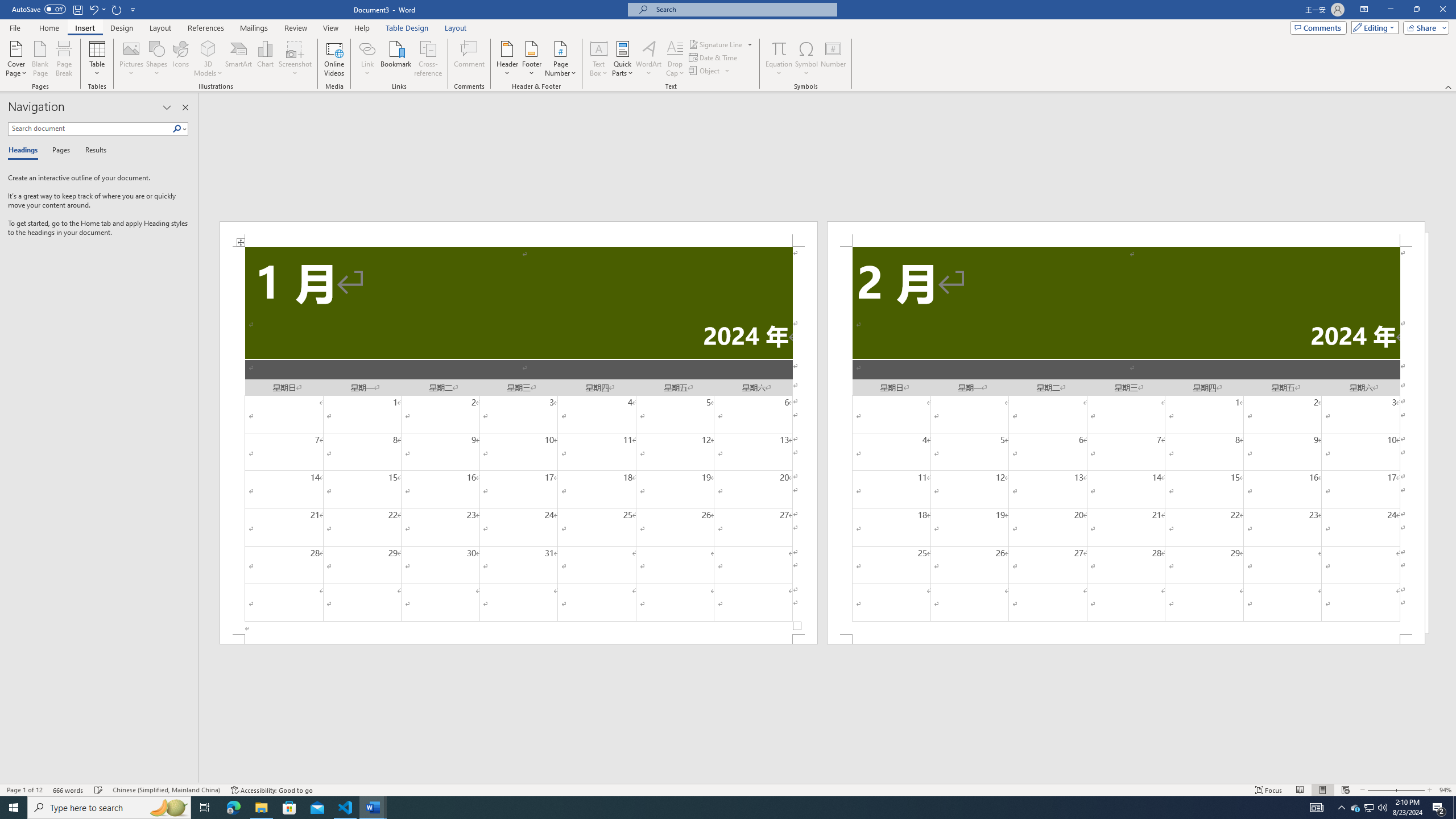  Describe the element at coordinates (721, 44) in the screenshot. I see `'Signature Line'` at that location.